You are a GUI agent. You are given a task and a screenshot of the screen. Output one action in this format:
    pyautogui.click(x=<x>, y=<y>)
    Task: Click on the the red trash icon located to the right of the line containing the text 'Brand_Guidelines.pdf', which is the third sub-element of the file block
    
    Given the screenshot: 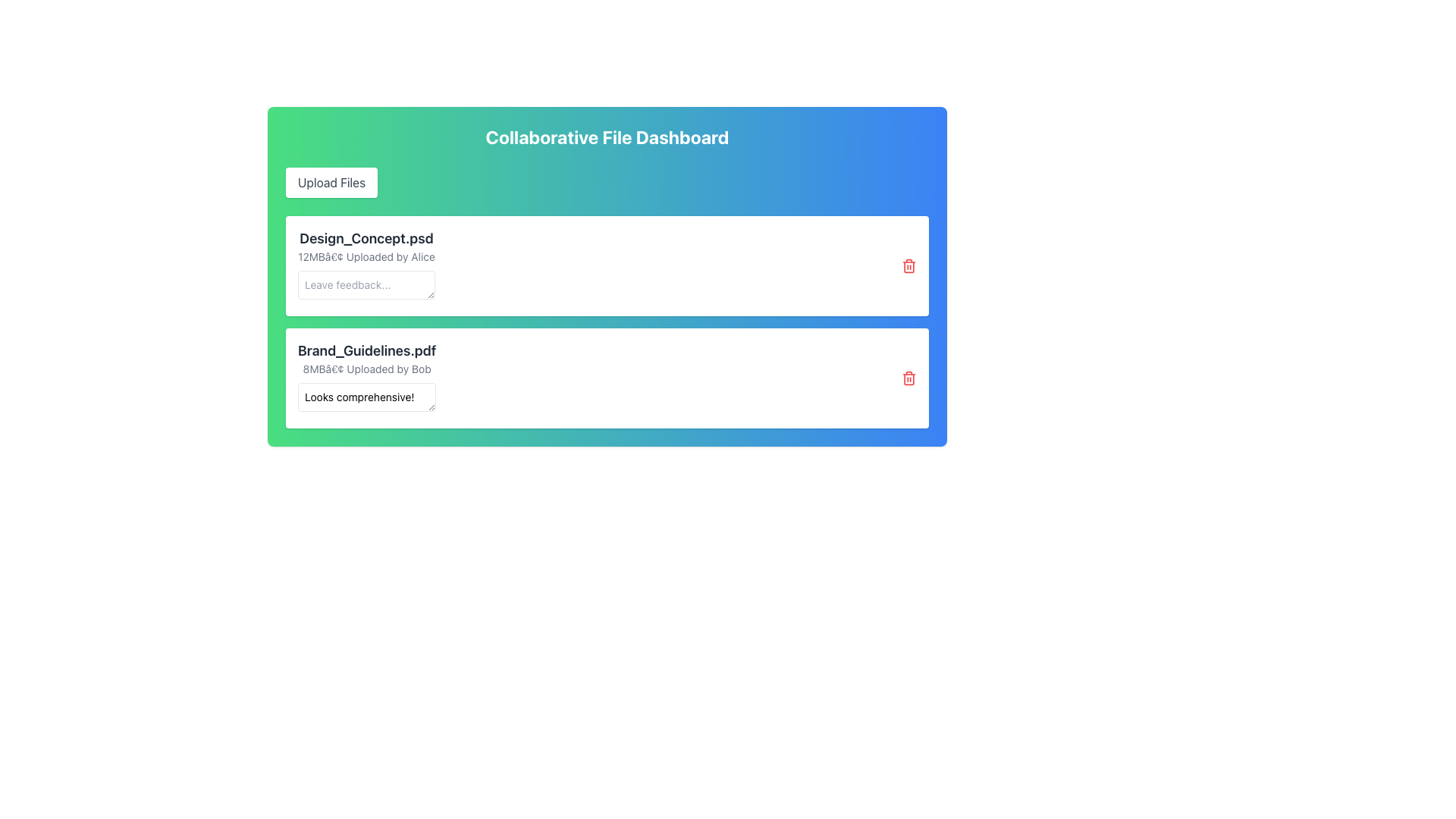 What is the action you would take?
    pyautogui.click(x=909, y=377)
    